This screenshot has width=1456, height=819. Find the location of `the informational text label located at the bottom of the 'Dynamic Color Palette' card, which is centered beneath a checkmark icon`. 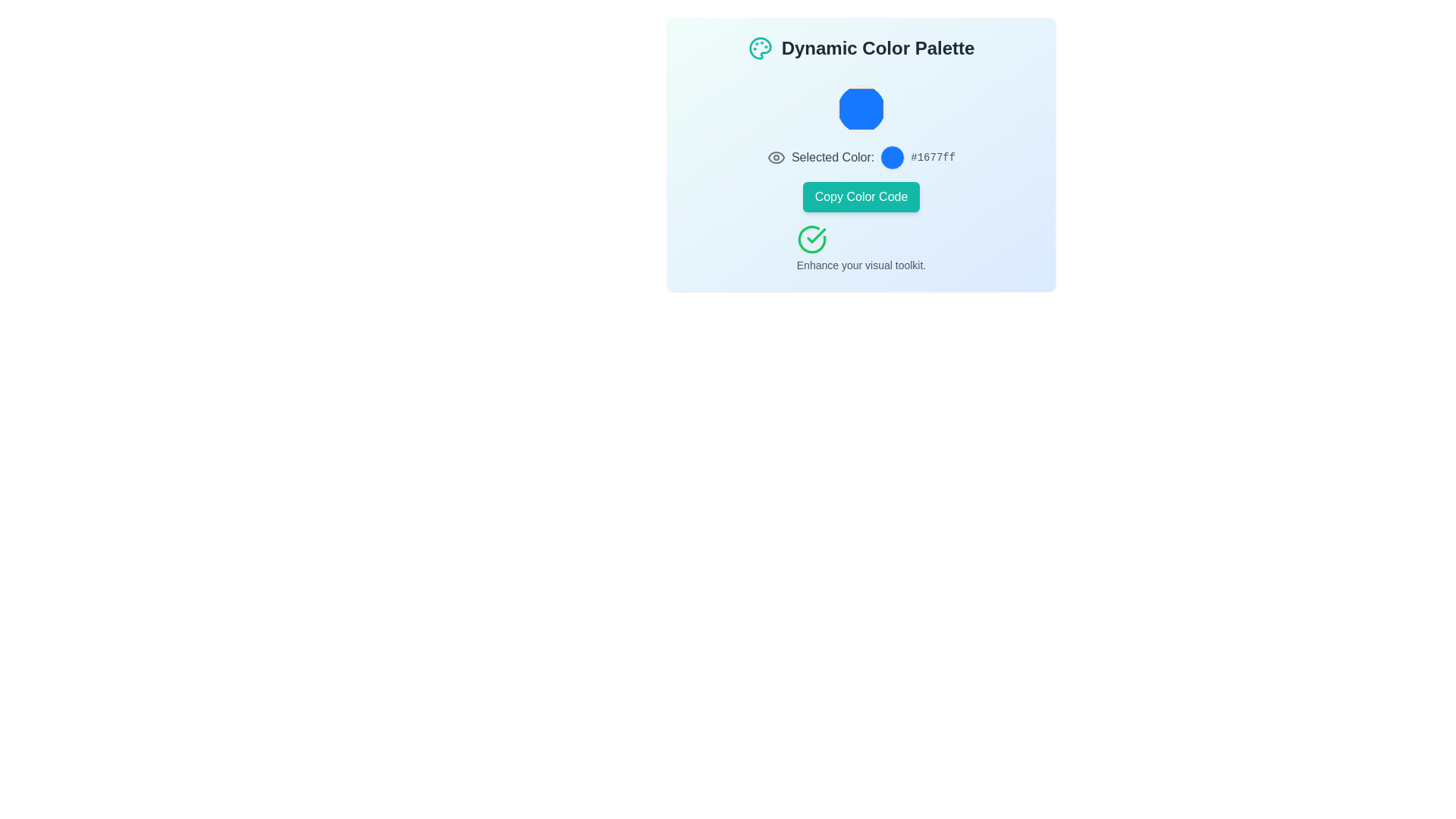

the informational text label located at the bottom of the 'Dynamic Color Palette' card, which is centered beneath a checkmark icon is located at coordinates (861, 265).